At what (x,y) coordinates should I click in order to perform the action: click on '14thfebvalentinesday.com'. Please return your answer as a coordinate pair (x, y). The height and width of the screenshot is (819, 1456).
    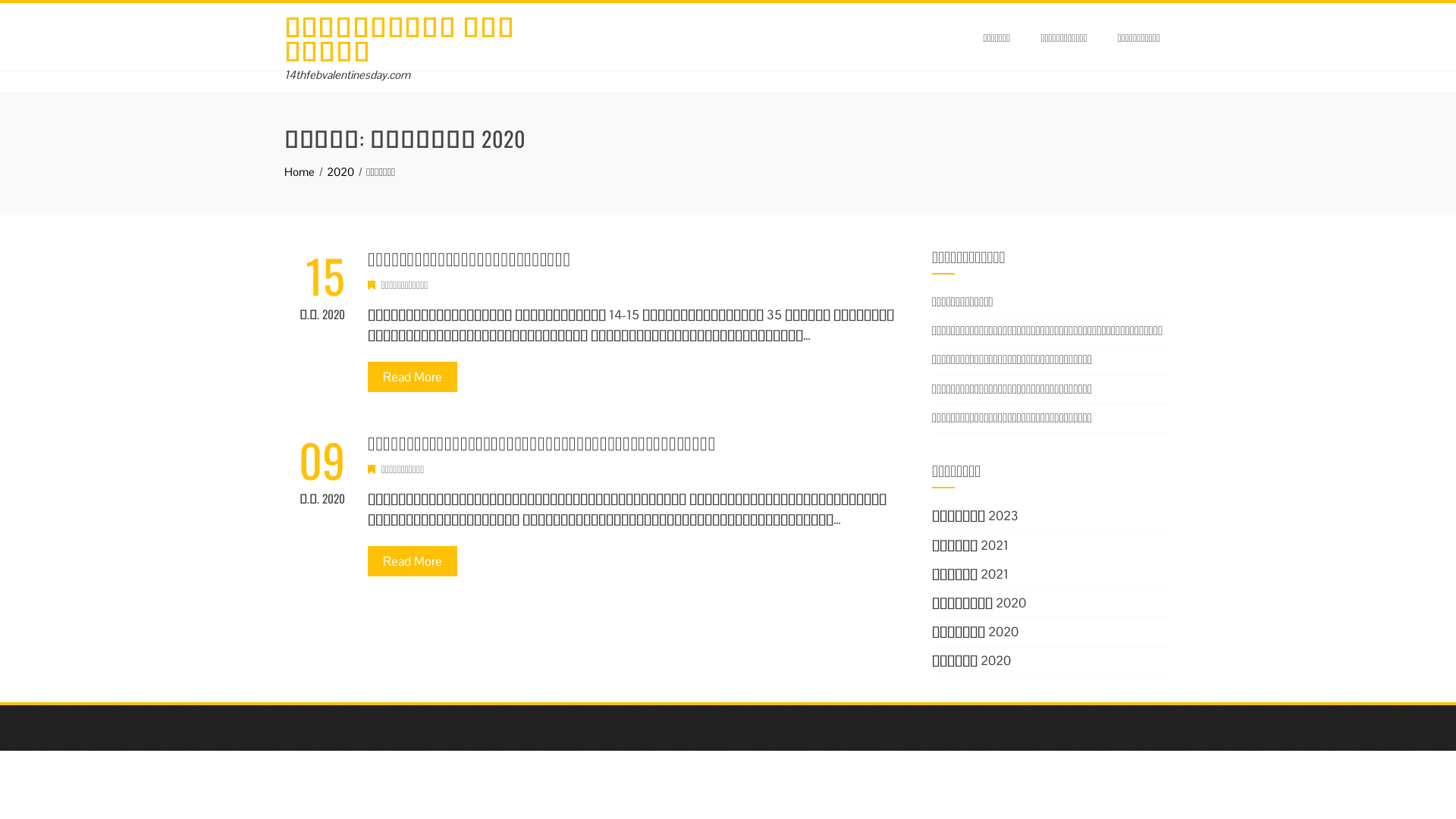
    Looking at the image, I should click on (346, 74).